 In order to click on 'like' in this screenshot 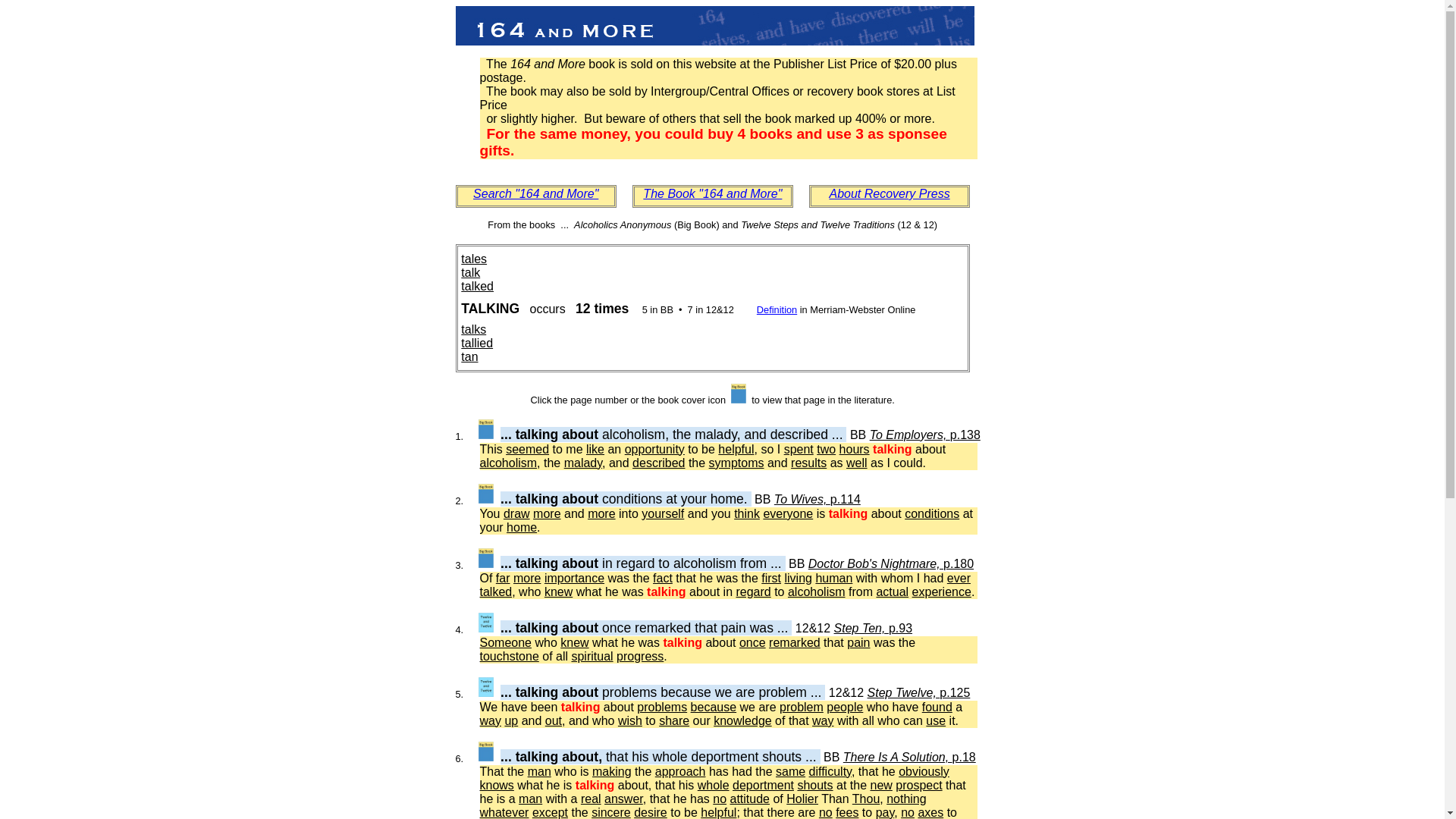, I will do `click(595, 448)`.